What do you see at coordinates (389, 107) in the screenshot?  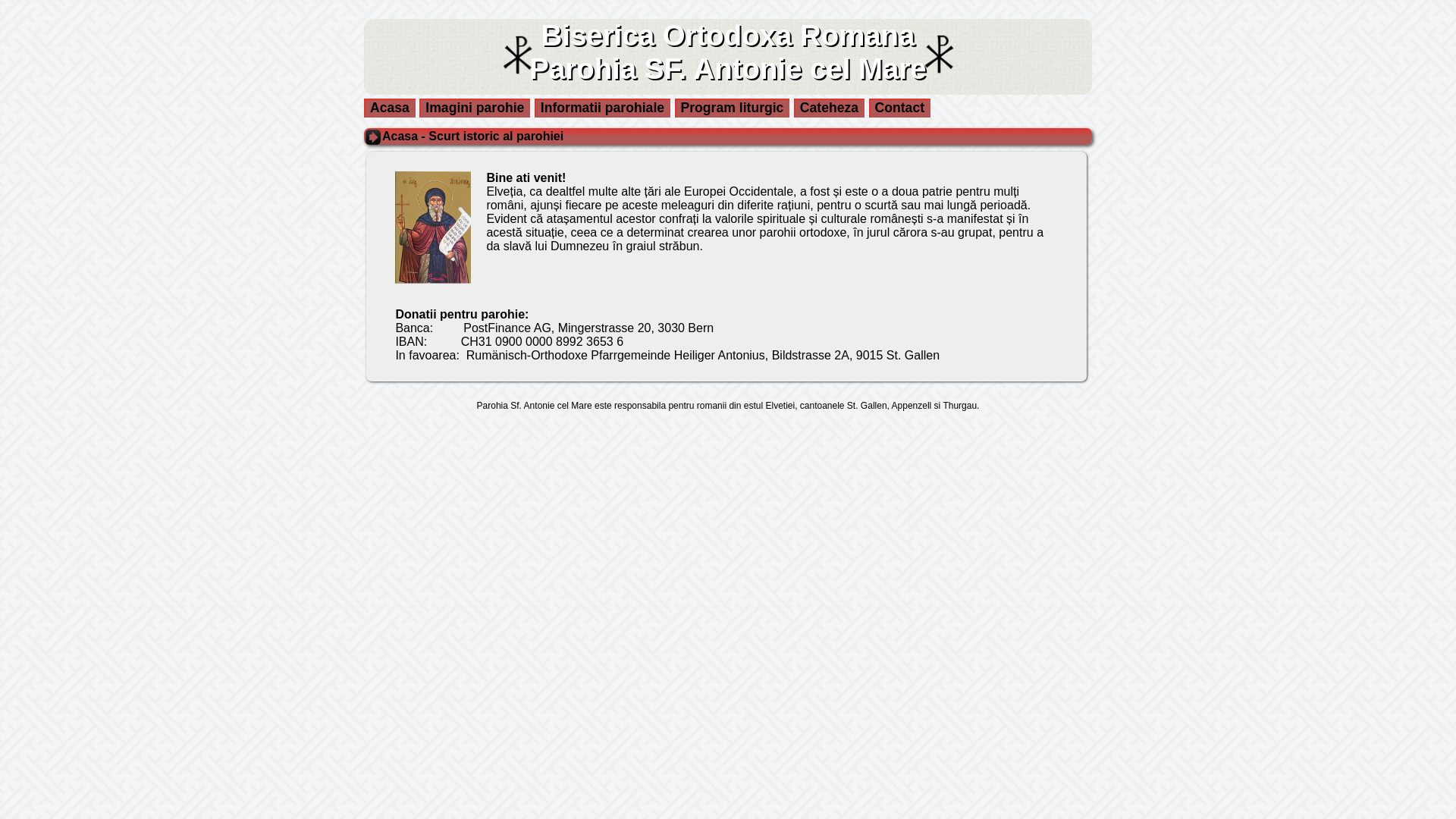 I see `'Acasa'` at bounding box center [389, 107].